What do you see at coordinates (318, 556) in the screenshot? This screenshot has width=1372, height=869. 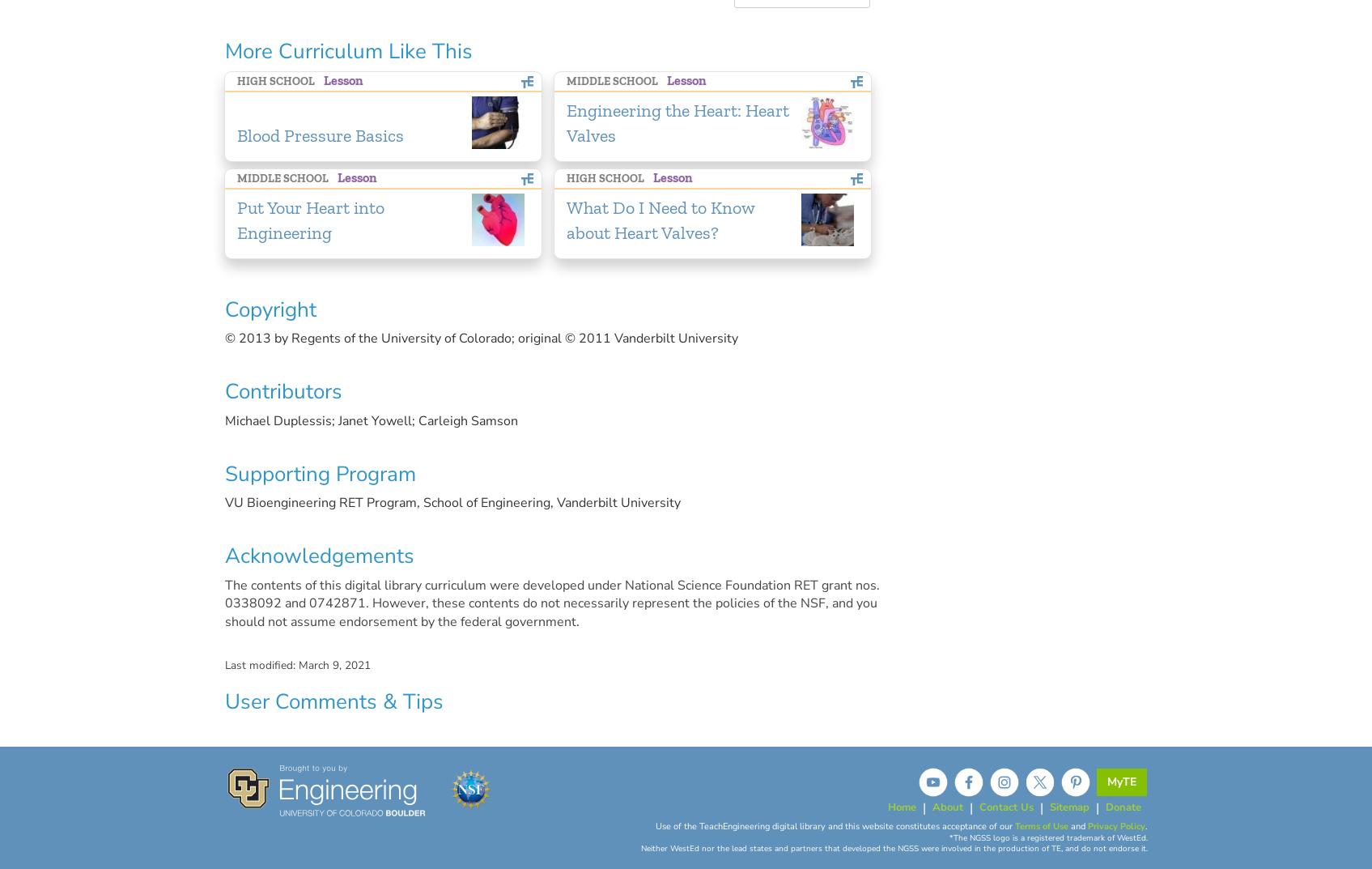 I see `'Acknowledgements'` at bounding box center [318, 556].